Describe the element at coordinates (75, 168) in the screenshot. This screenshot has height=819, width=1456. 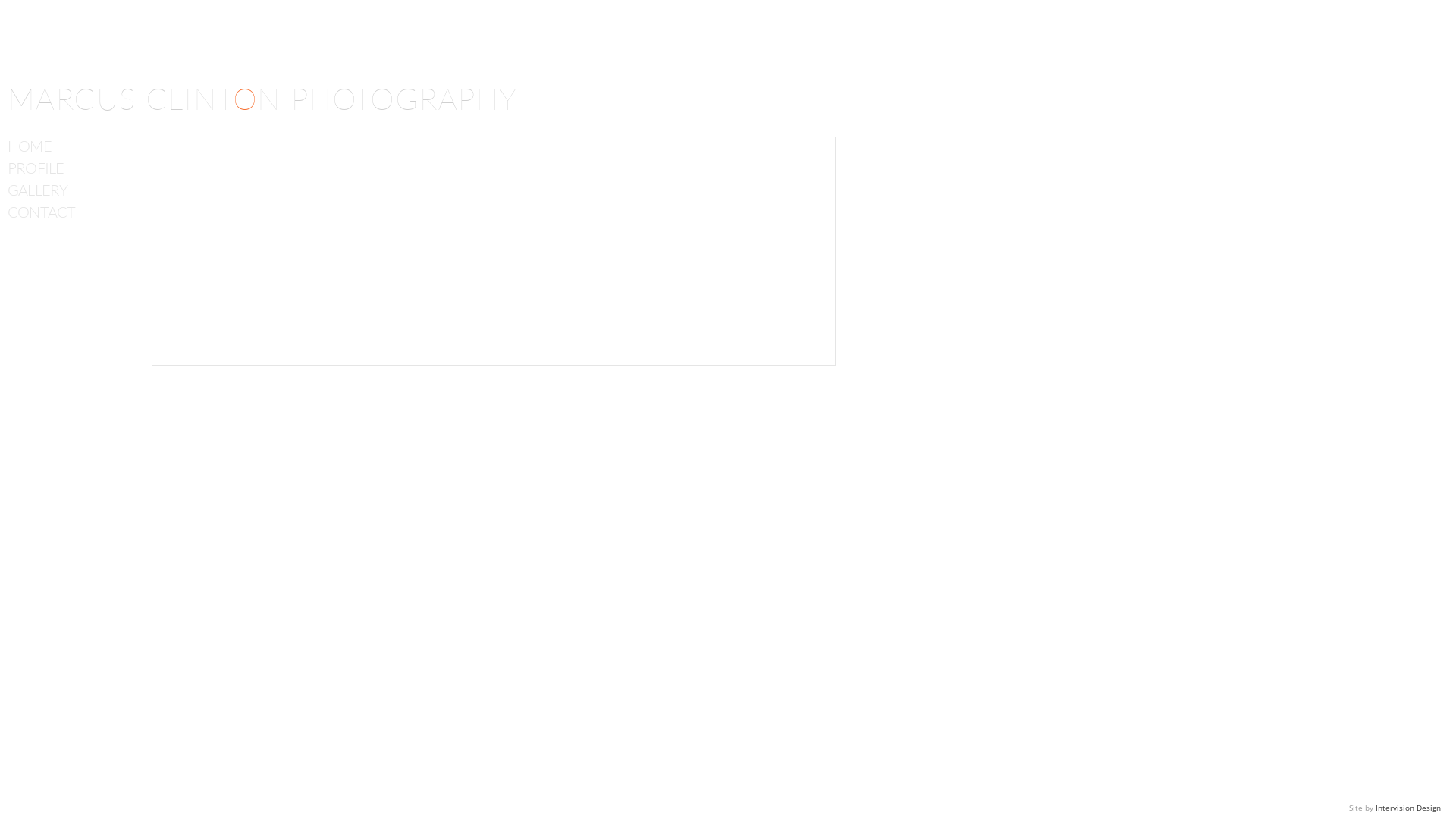
I see `'PROFILE'` at that location.